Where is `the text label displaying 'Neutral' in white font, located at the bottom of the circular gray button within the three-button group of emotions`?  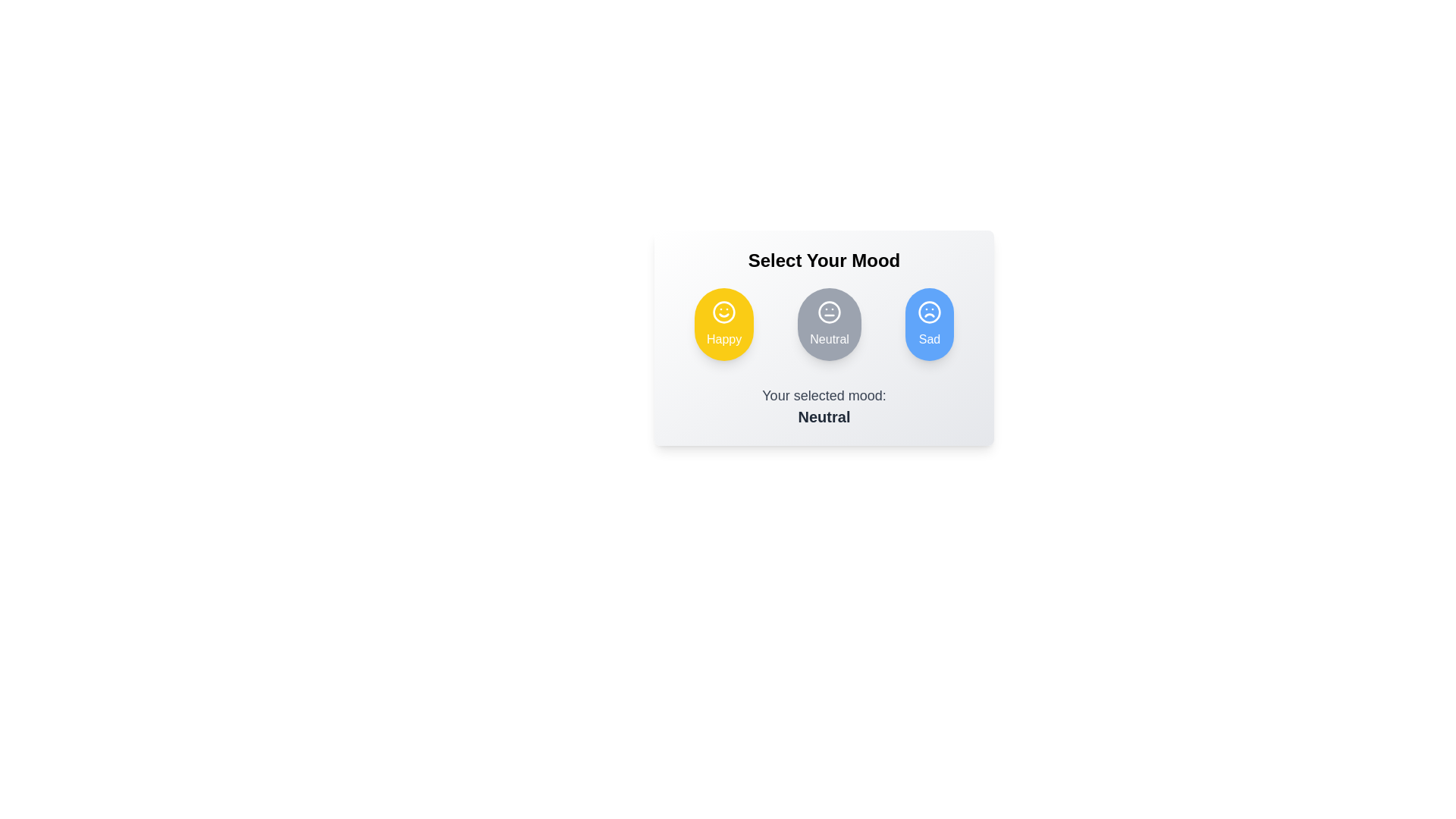
the text label displaying 'Neutral' in white font, located at the bottom of the circular gray button within the three-button group of emotions is located at coordinates (829, 338).